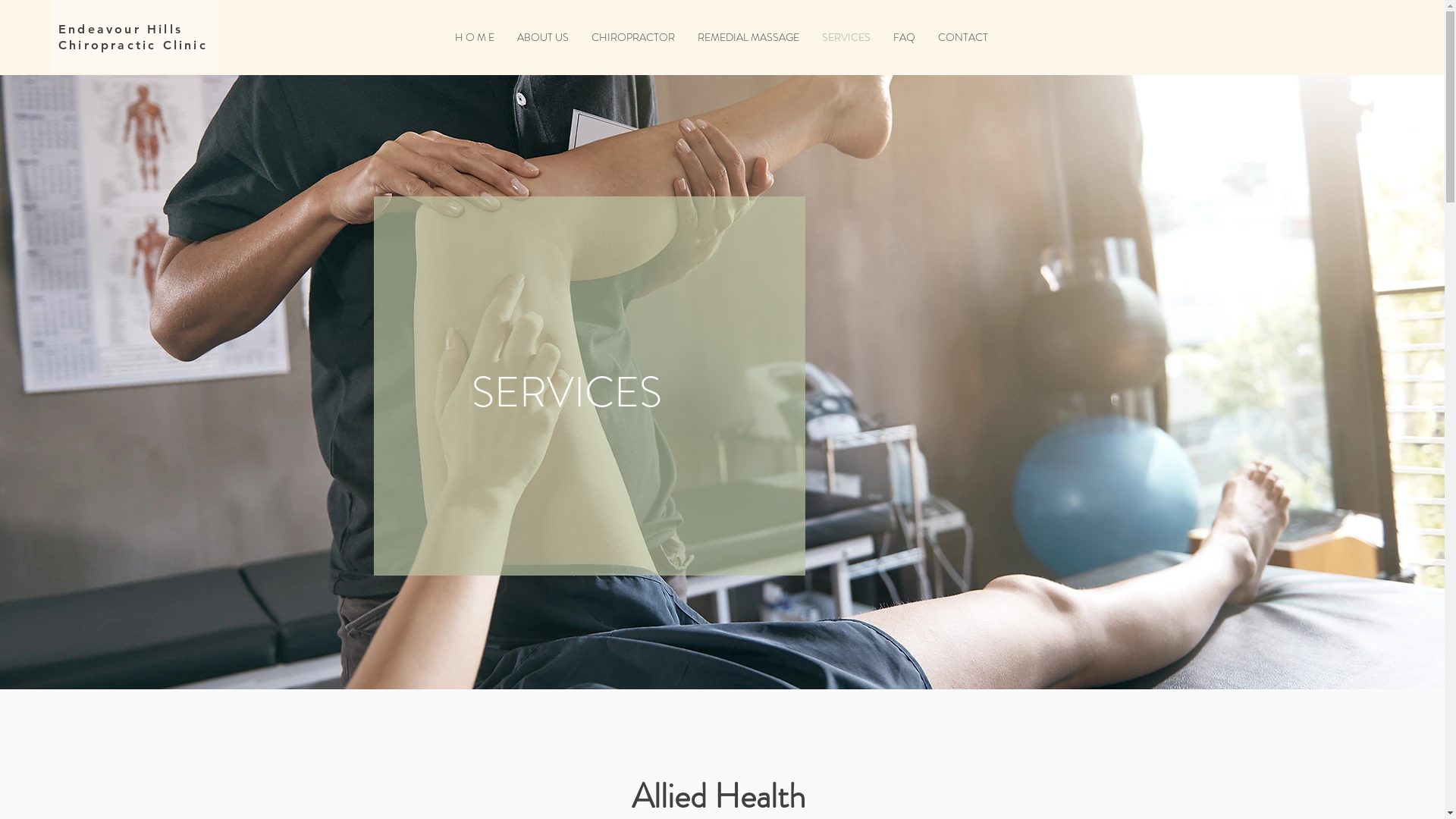 The height and width of the screenshot is (819, 1456). What do you see at coordinates (926, 36) in the screenshot?
I see `'CONTACT'` at bounding box center [926, 36].